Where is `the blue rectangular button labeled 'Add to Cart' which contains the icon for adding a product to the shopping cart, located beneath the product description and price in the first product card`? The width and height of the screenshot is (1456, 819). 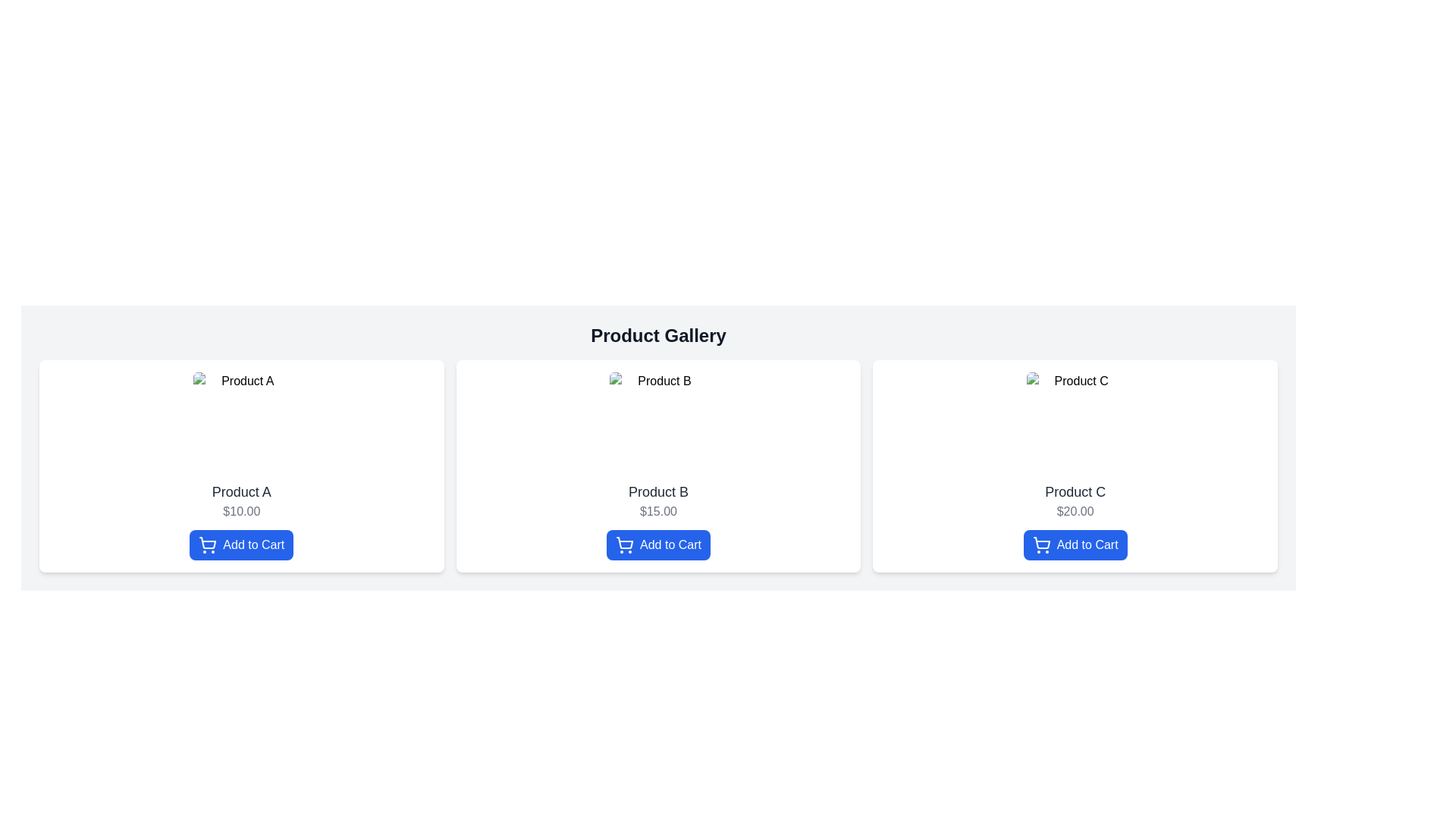
the blue rectangular button labeled 'Add to Cart' which contains the icon for adding a product to the shopping cart, located beneath the product description and price in the first product card is located at coordinates (207, 544).